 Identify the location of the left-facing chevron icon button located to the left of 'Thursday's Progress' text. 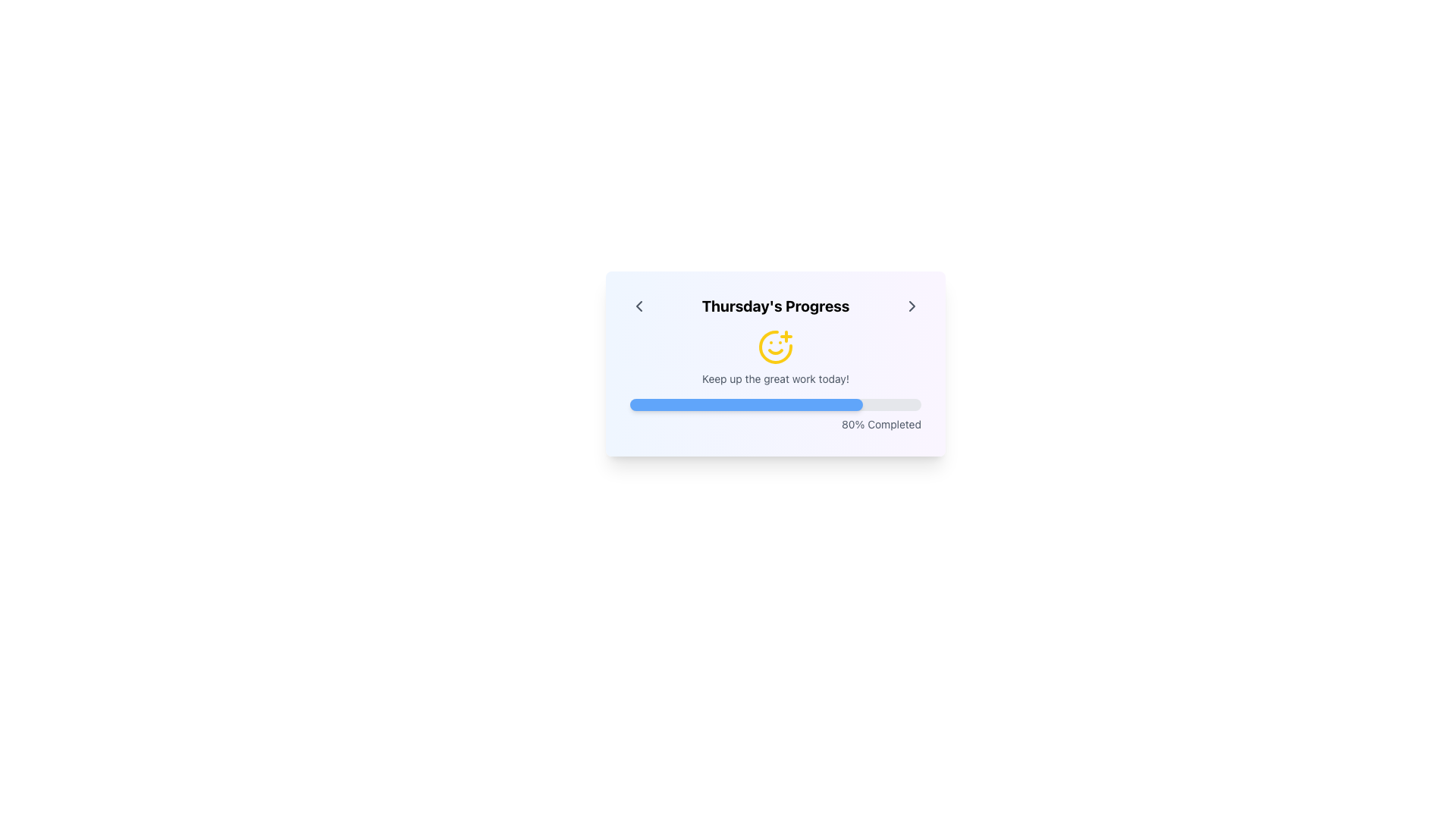
(639, 306).